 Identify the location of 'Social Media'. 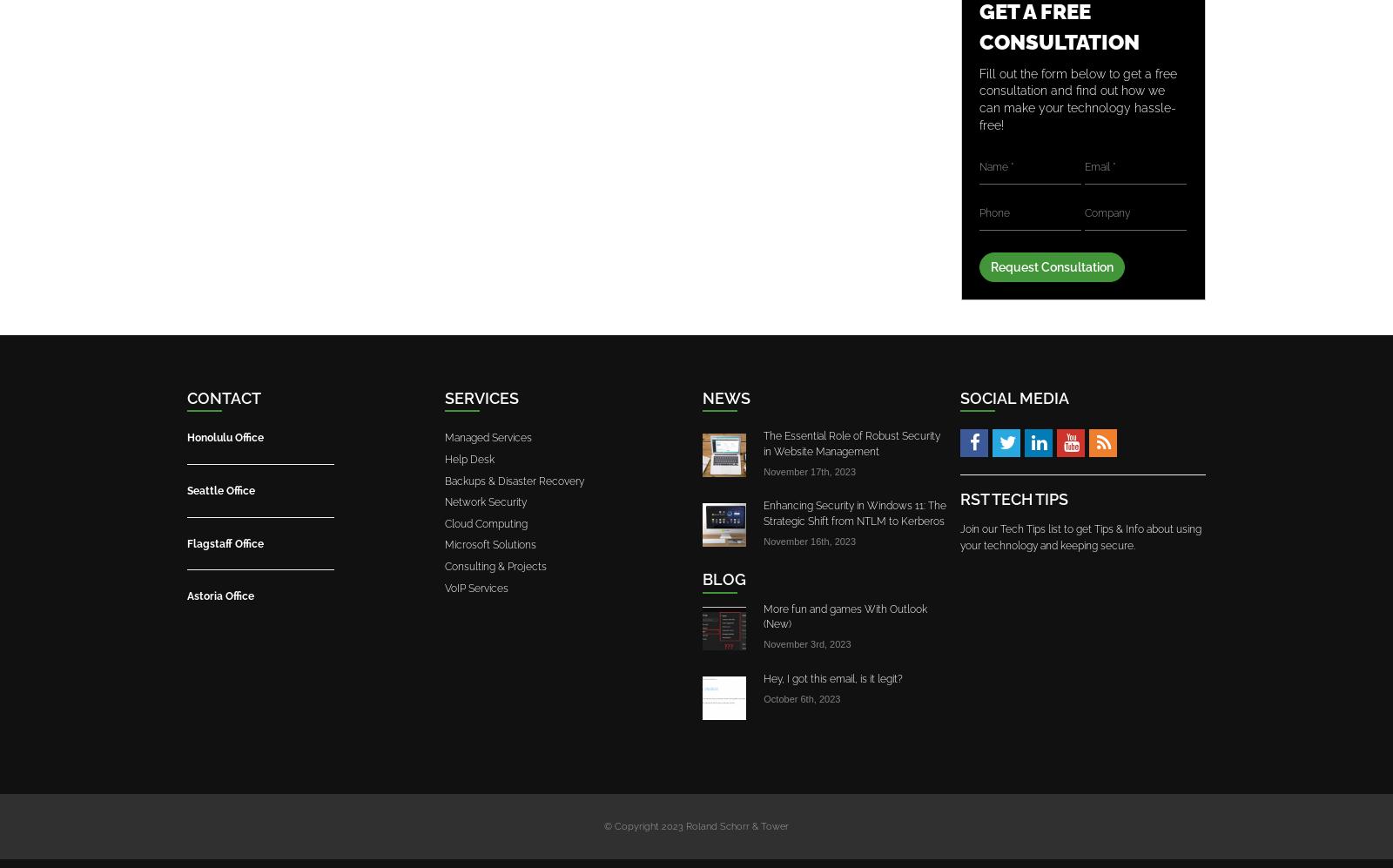
(1014, 398).